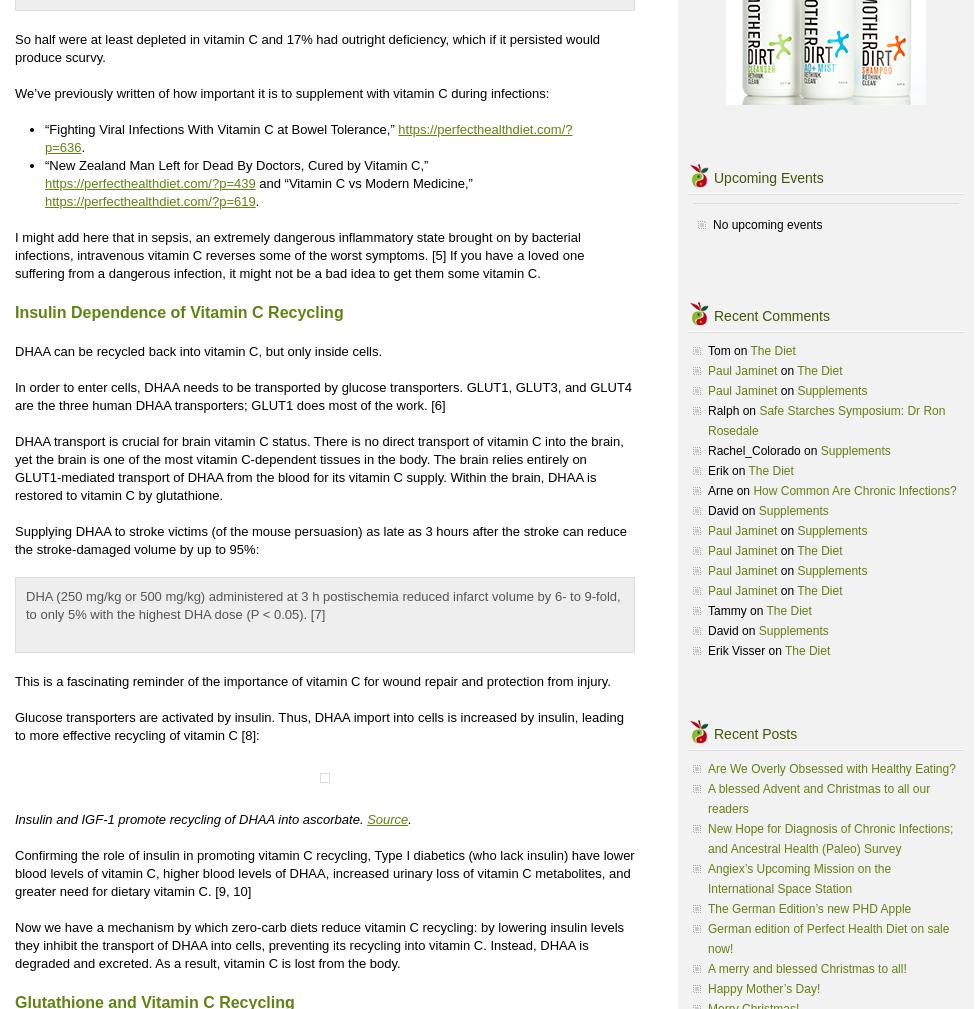 The height and width of the screenshot is (1009, 980). I want to click on 'and “Vitamin C vs Modern Medicine,”', so click(254, 182).